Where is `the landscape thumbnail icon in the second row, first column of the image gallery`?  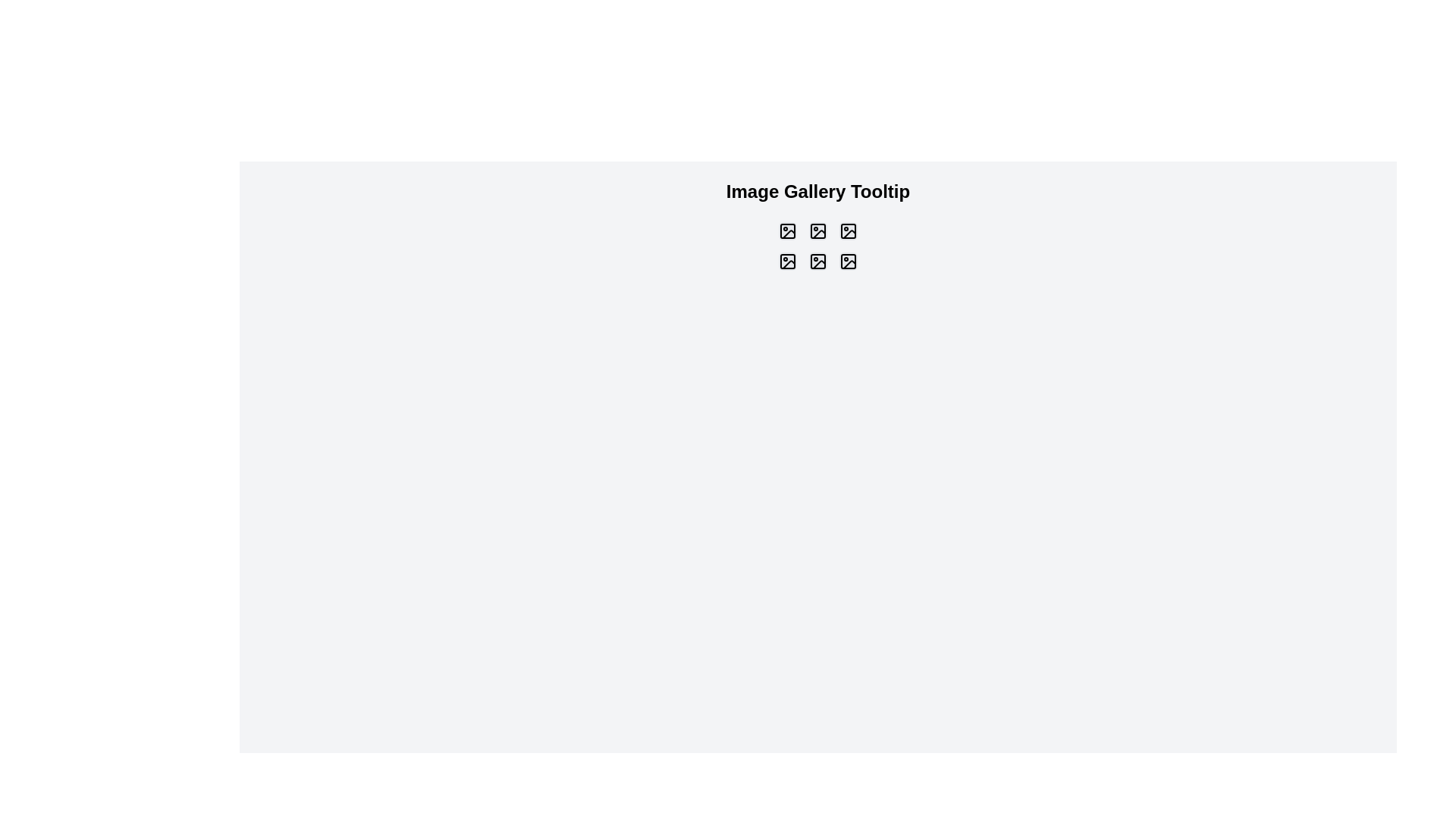 the landscape thumbnail icon in the second row, first column of the image gallery is located at coordinates (787, 260).